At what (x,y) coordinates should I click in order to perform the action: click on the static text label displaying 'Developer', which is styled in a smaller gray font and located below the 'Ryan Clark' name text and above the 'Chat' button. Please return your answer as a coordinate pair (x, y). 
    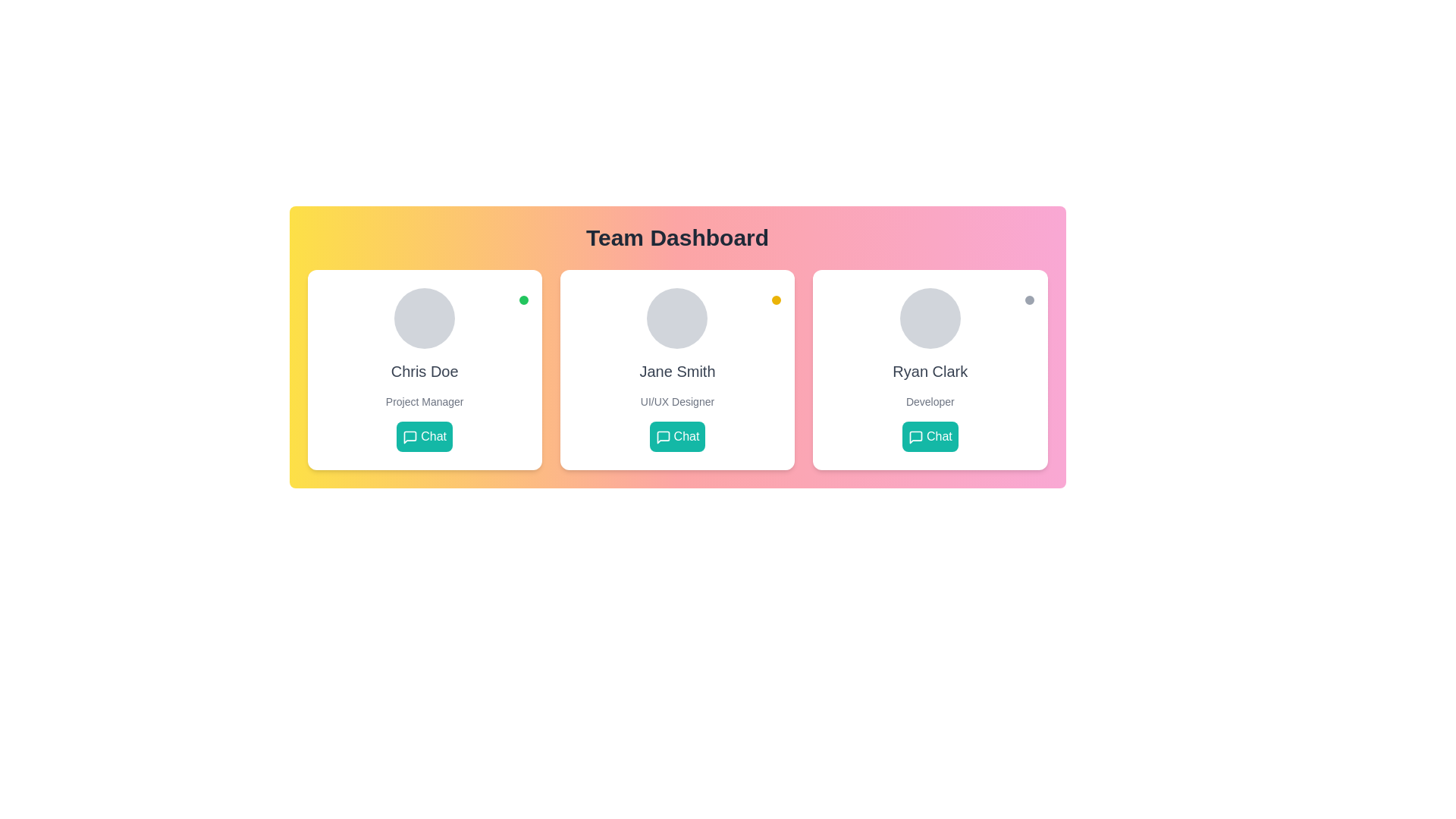
    Looking at the image, I should click on (929, 400).